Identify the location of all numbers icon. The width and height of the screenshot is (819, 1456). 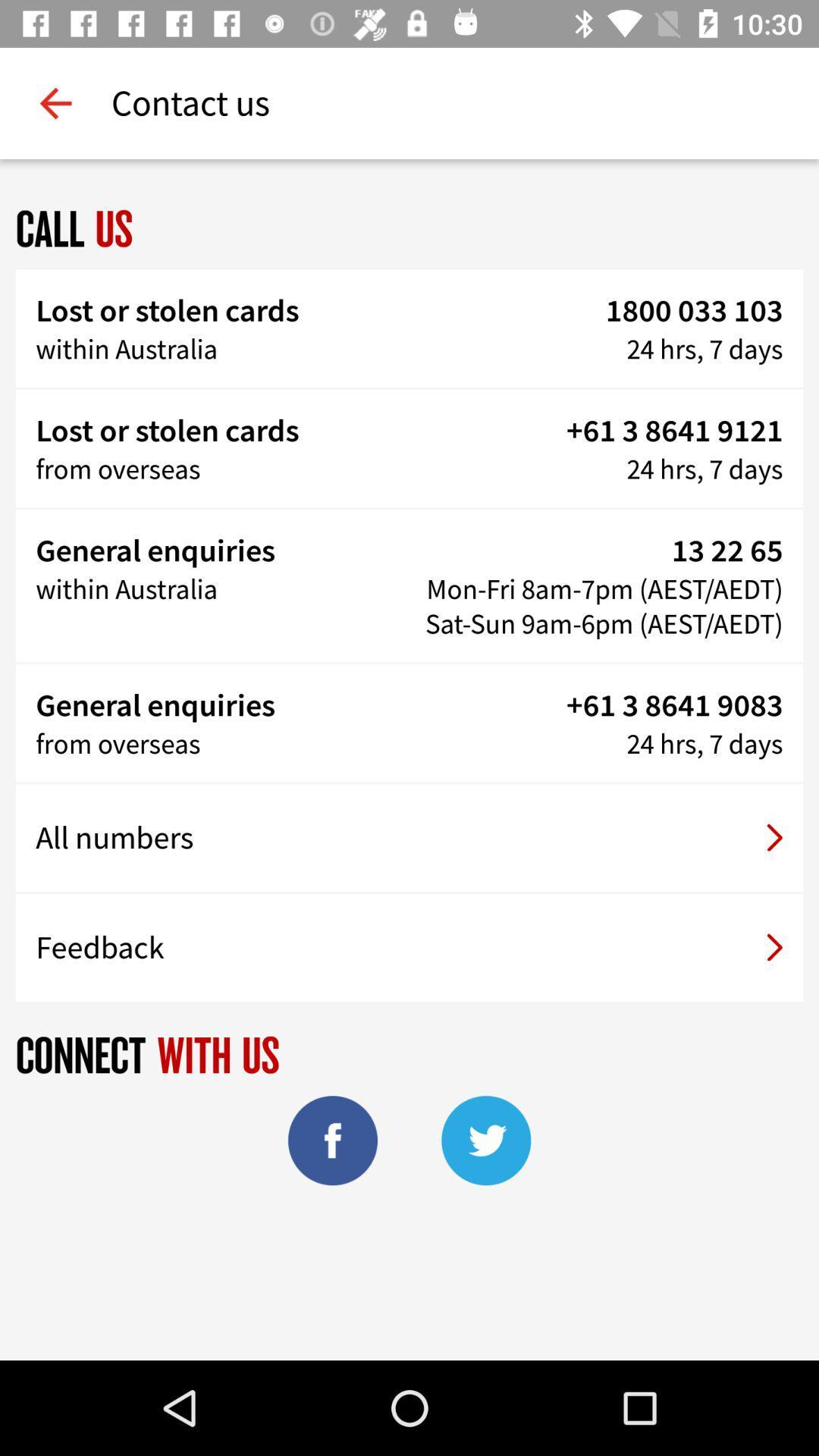
(409, 837).